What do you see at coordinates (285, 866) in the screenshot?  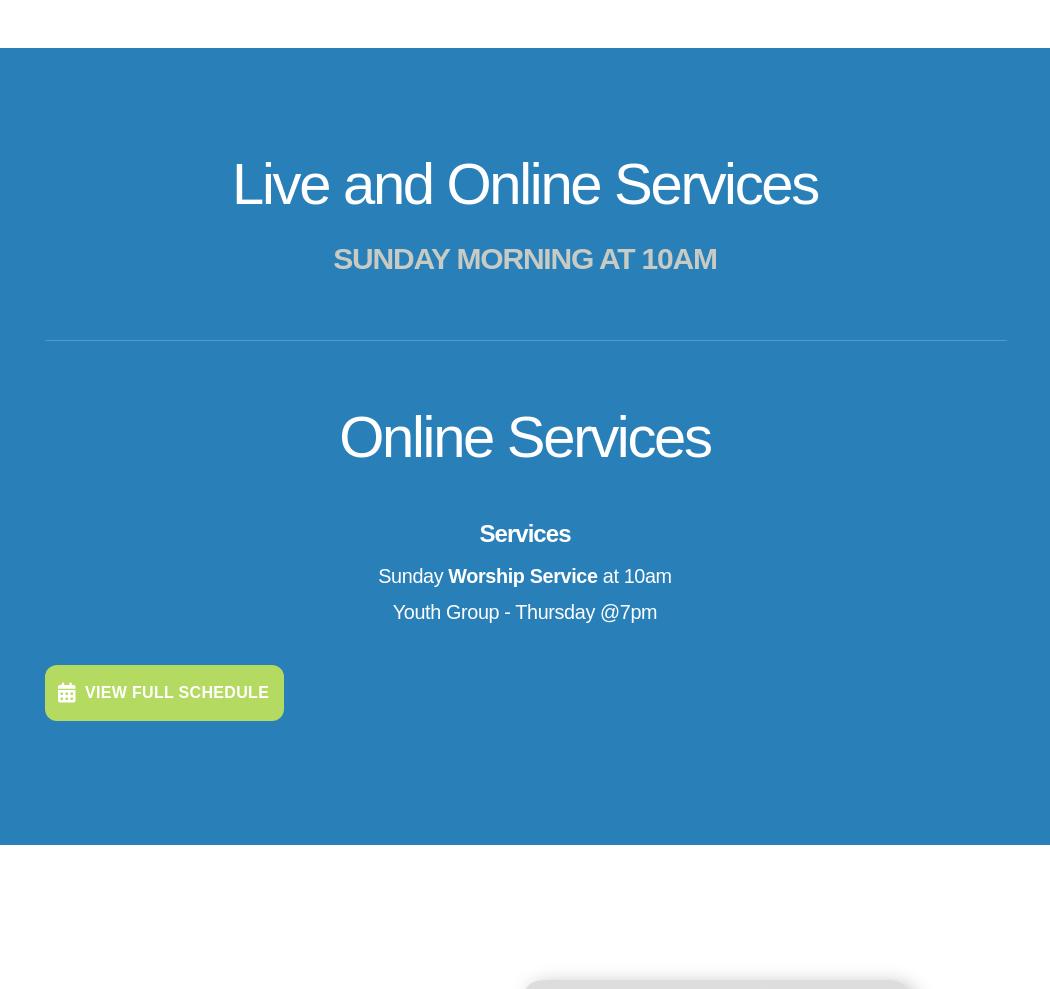 I see `'Online:'` at bounding box center [285, 866].